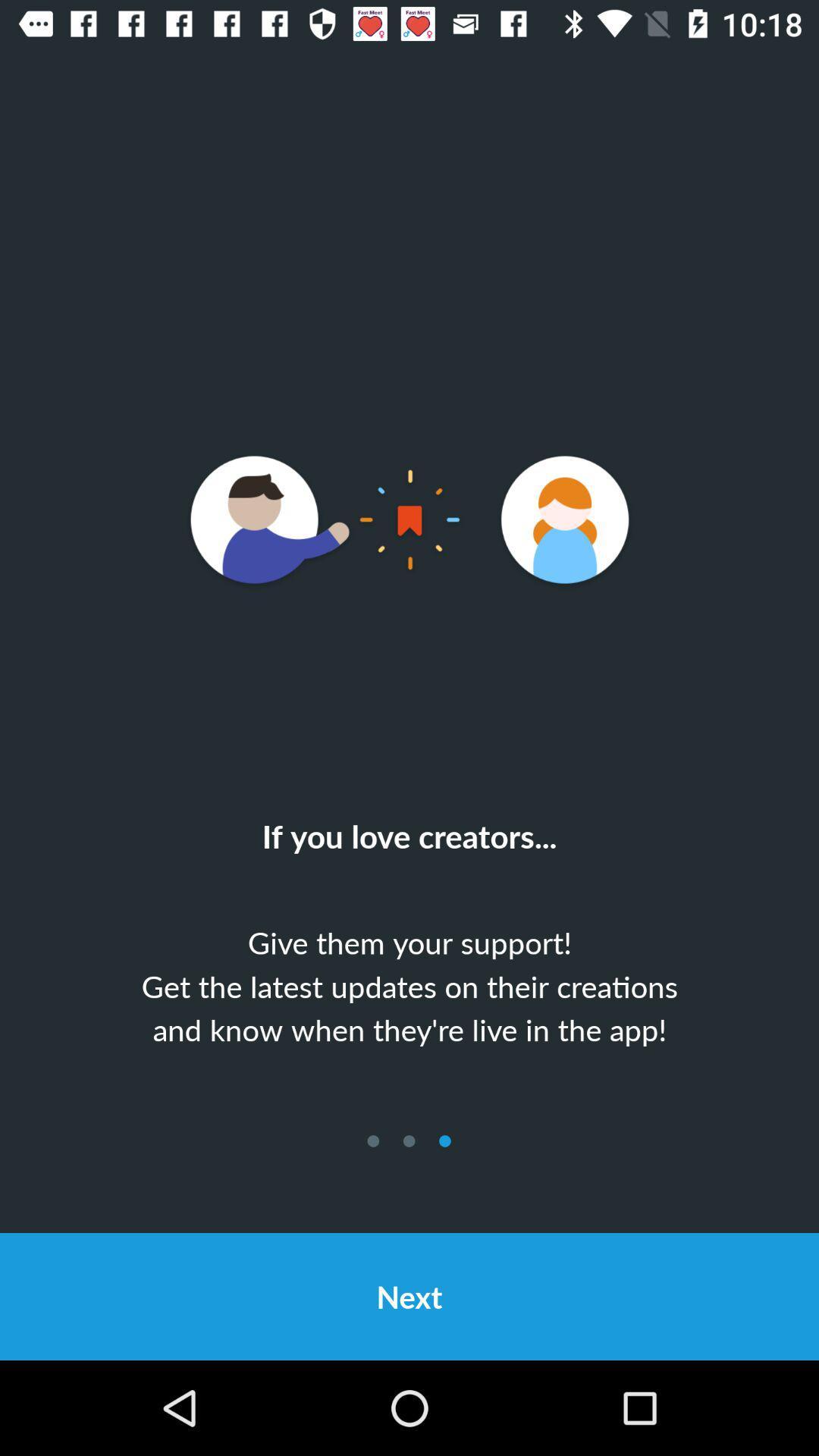  I want to click on the next item, so click(409, 1295).